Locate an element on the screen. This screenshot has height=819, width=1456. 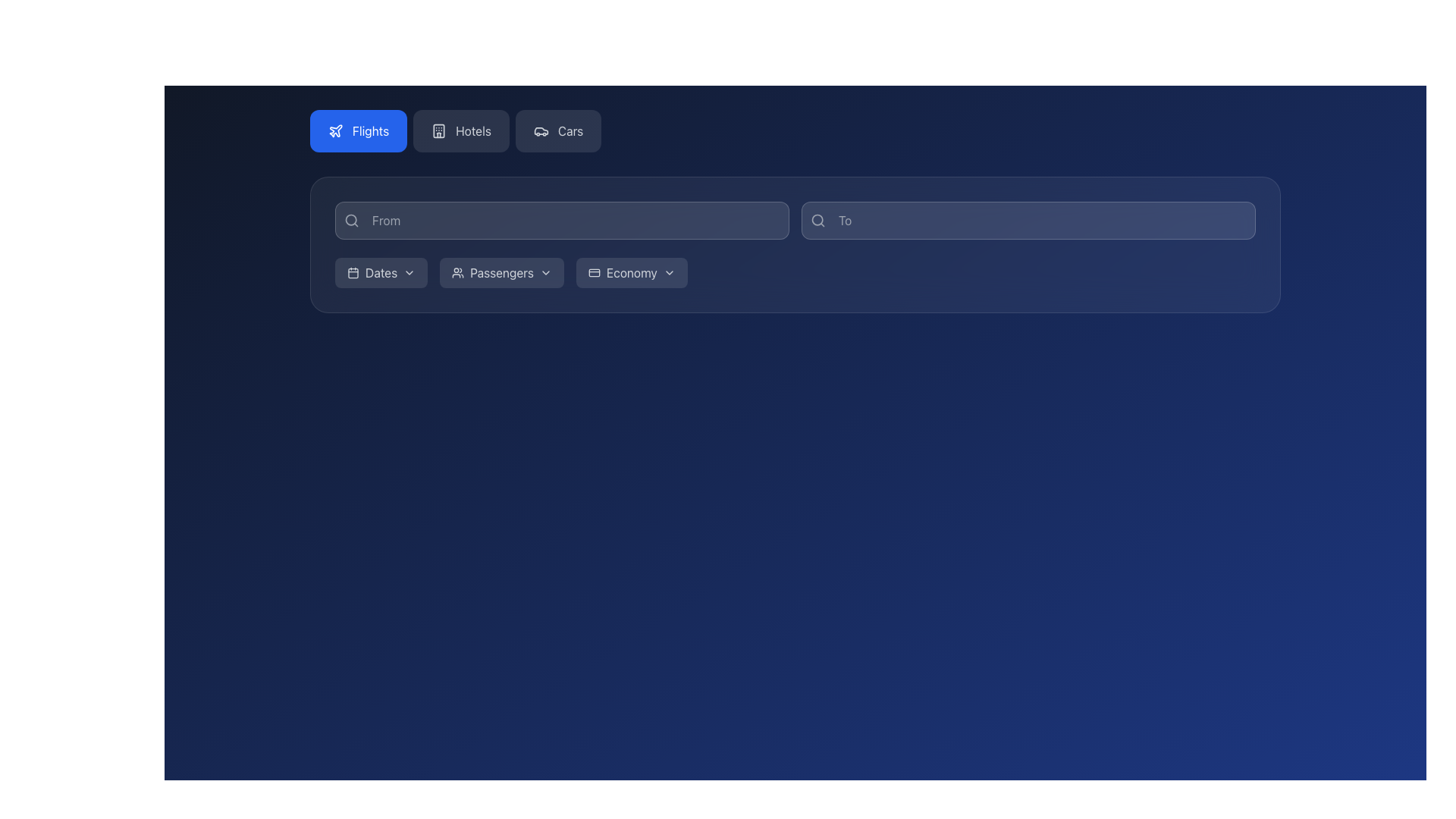
the search location icon positioned to the left of the 'From' search bar, which visually indicates the input field's purpose is located at coordinates (351, 220).